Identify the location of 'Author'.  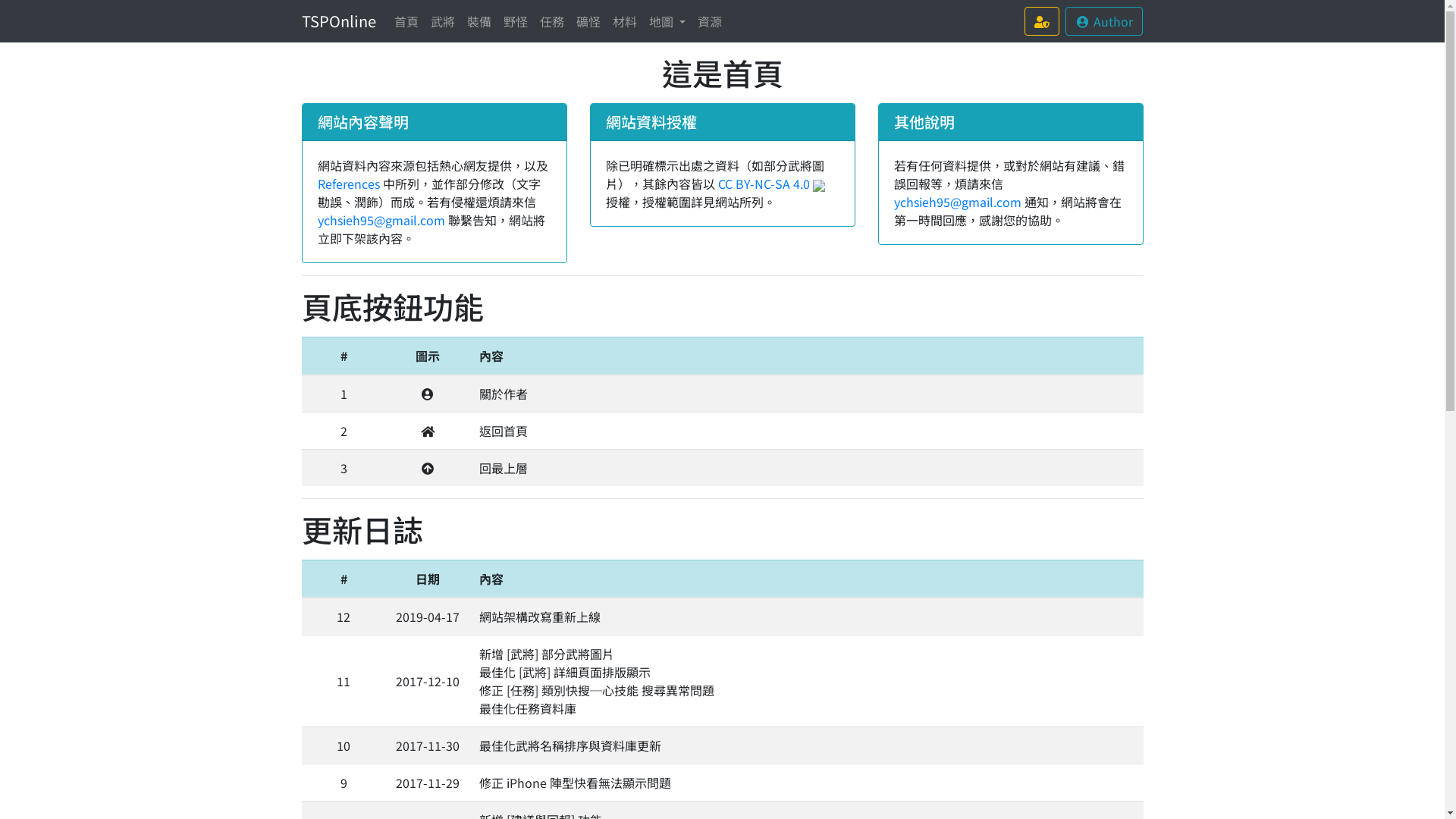
(1065, 20).